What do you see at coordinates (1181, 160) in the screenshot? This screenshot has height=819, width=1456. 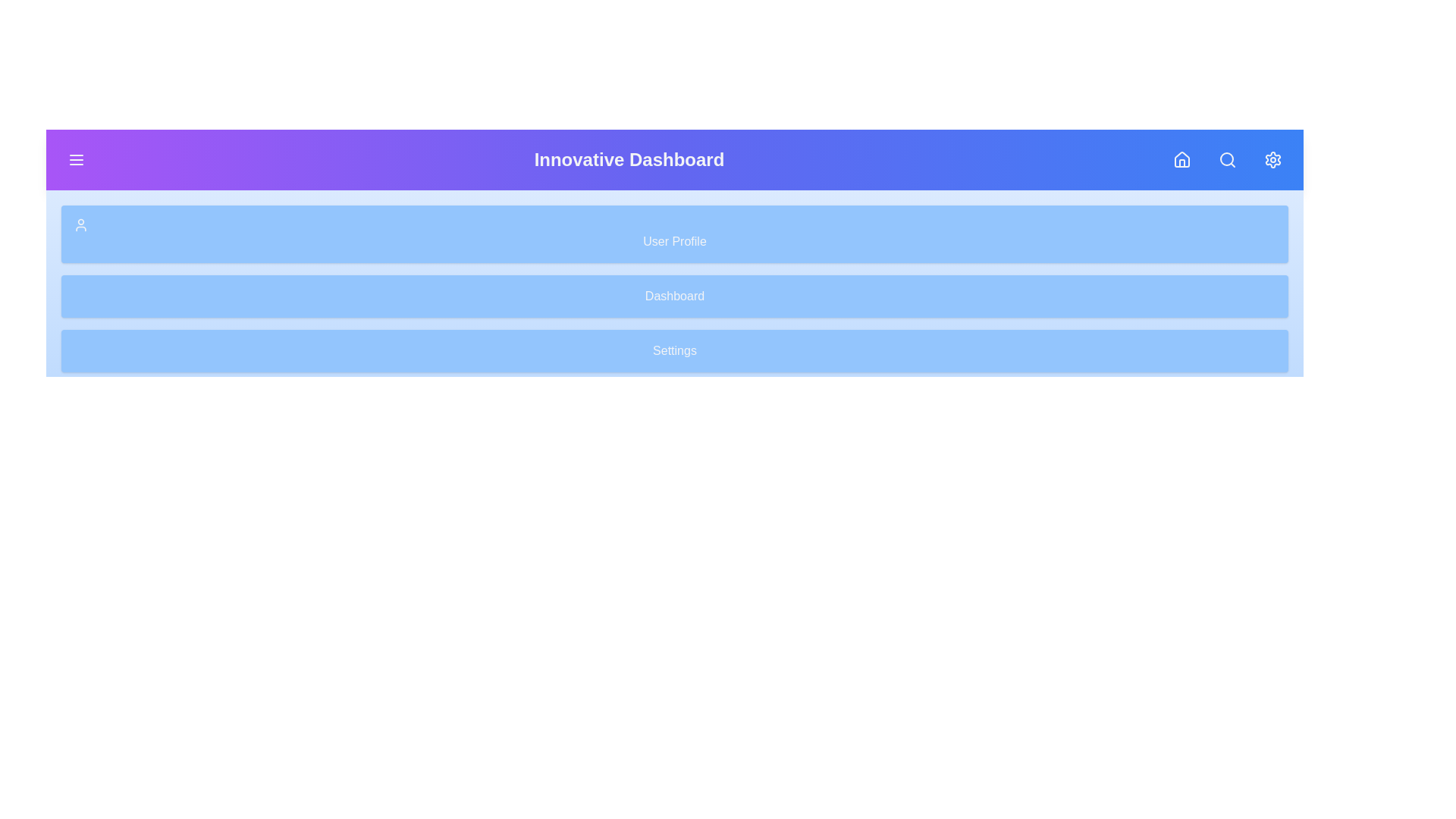 I see `the navigation button Home` at bounding box center [1181, 160].